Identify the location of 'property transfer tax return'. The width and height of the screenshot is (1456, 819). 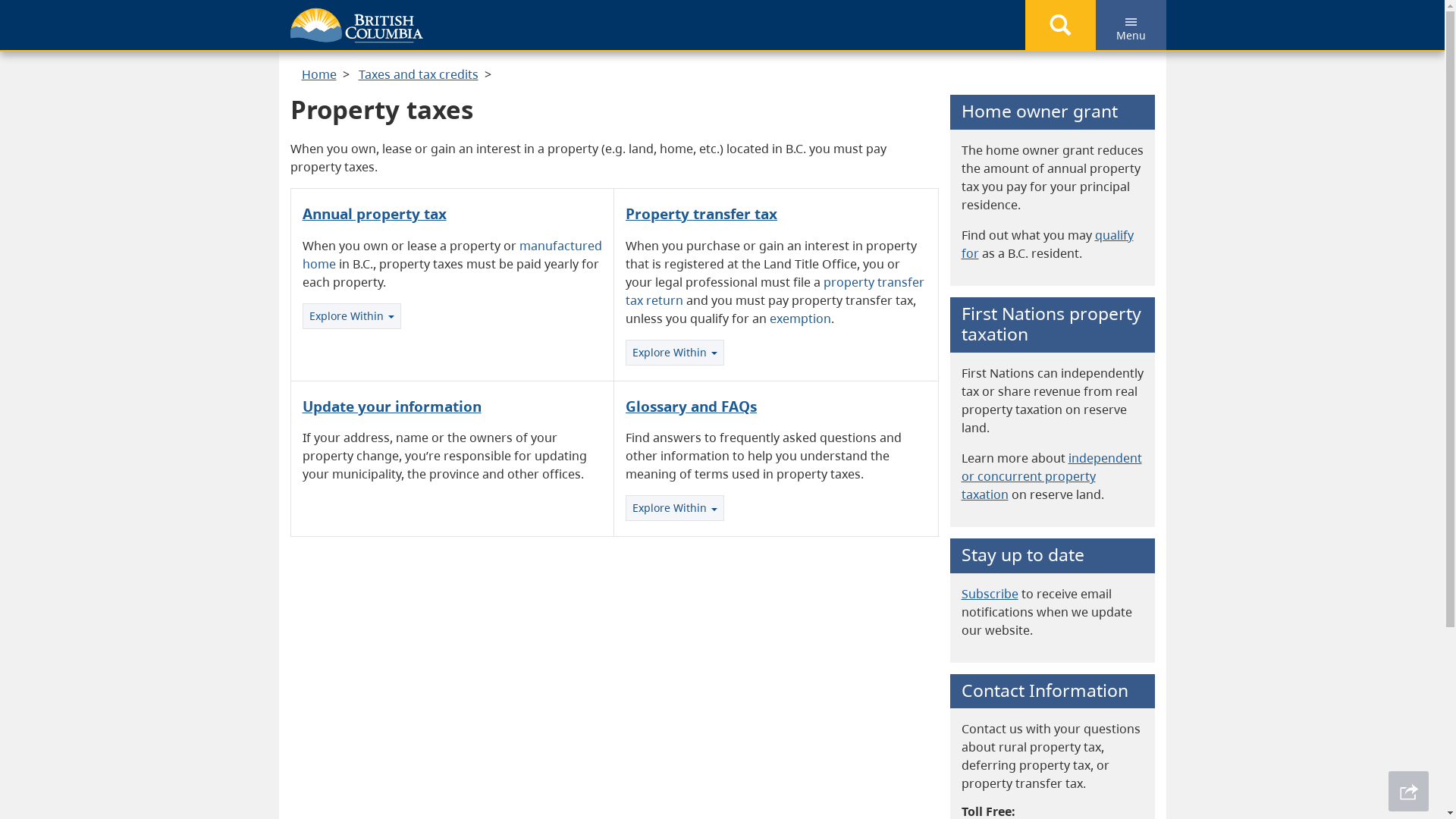
(775, 291).